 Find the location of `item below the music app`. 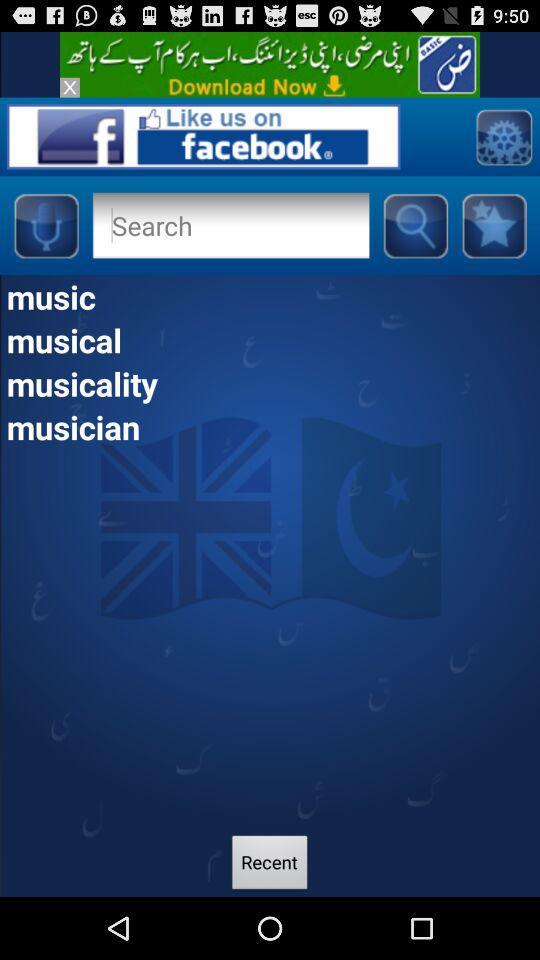

item below the music app is located at coordinates (270, 339).